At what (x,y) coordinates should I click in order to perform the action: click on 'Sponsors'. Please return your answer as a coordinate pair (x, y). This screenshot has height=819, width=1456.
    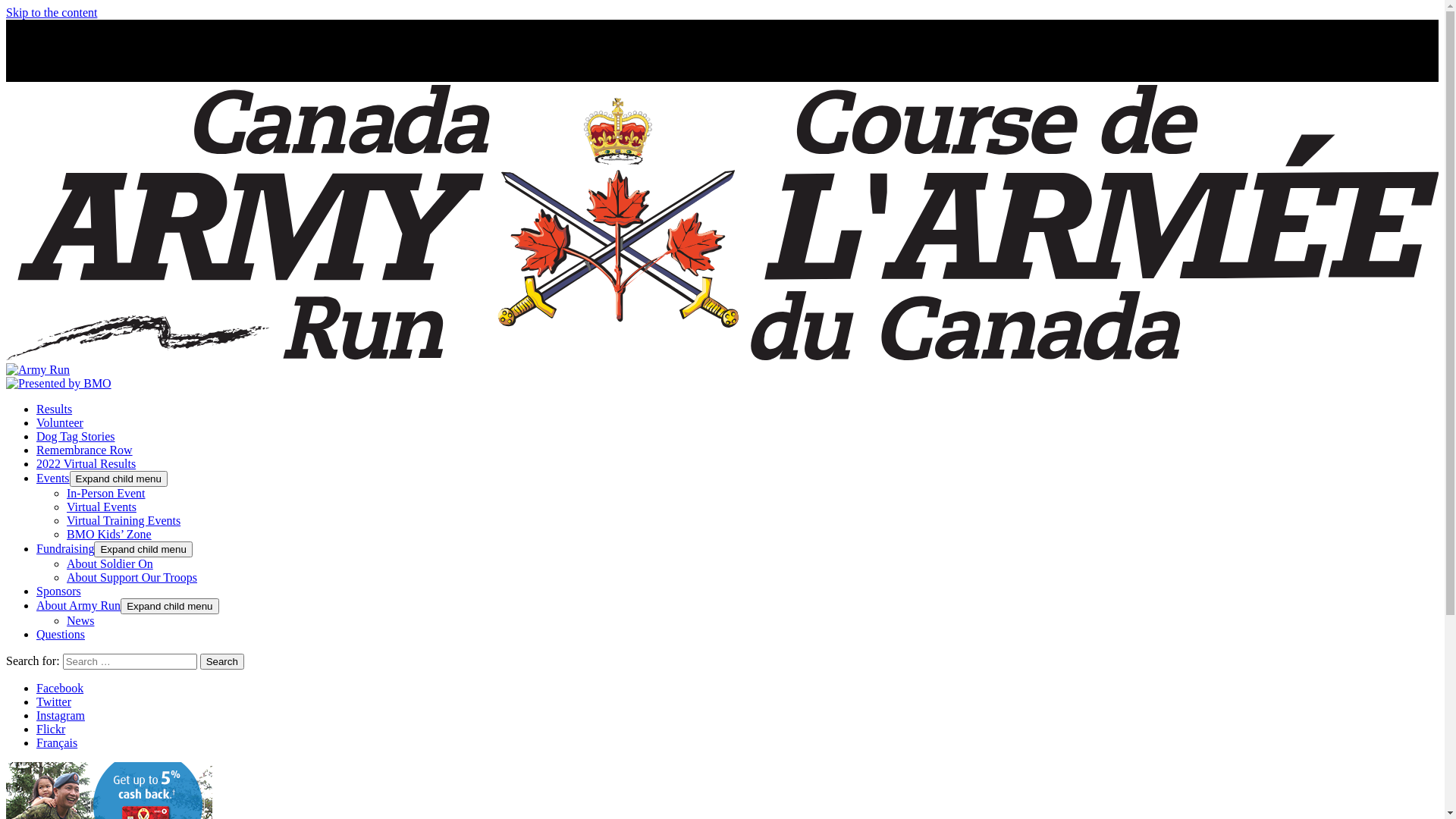
    Looking at the image, I should click on (58, 590).